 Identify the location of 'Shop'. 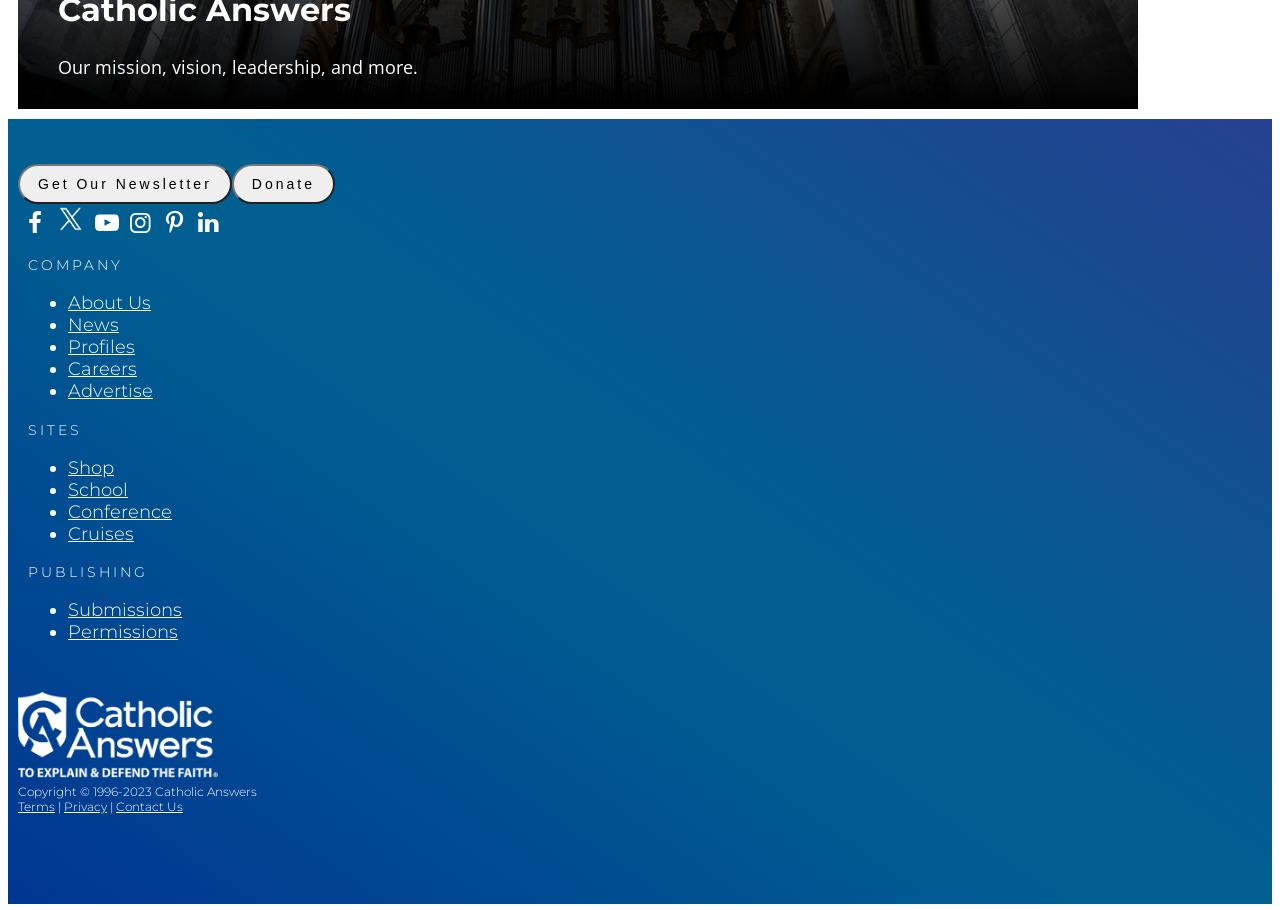
(90, 466).